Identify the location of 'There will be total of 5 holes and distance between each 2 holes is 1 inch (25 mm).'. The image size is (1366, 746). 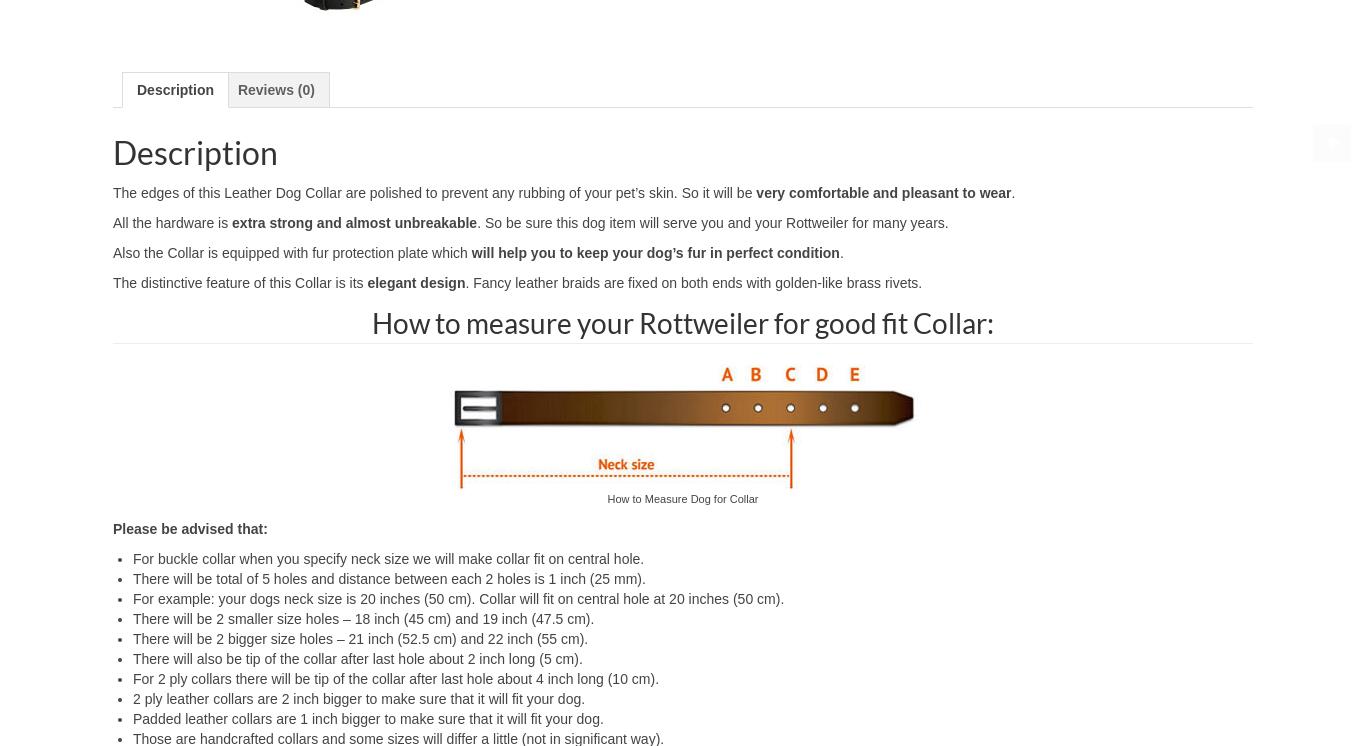
(388, 577).